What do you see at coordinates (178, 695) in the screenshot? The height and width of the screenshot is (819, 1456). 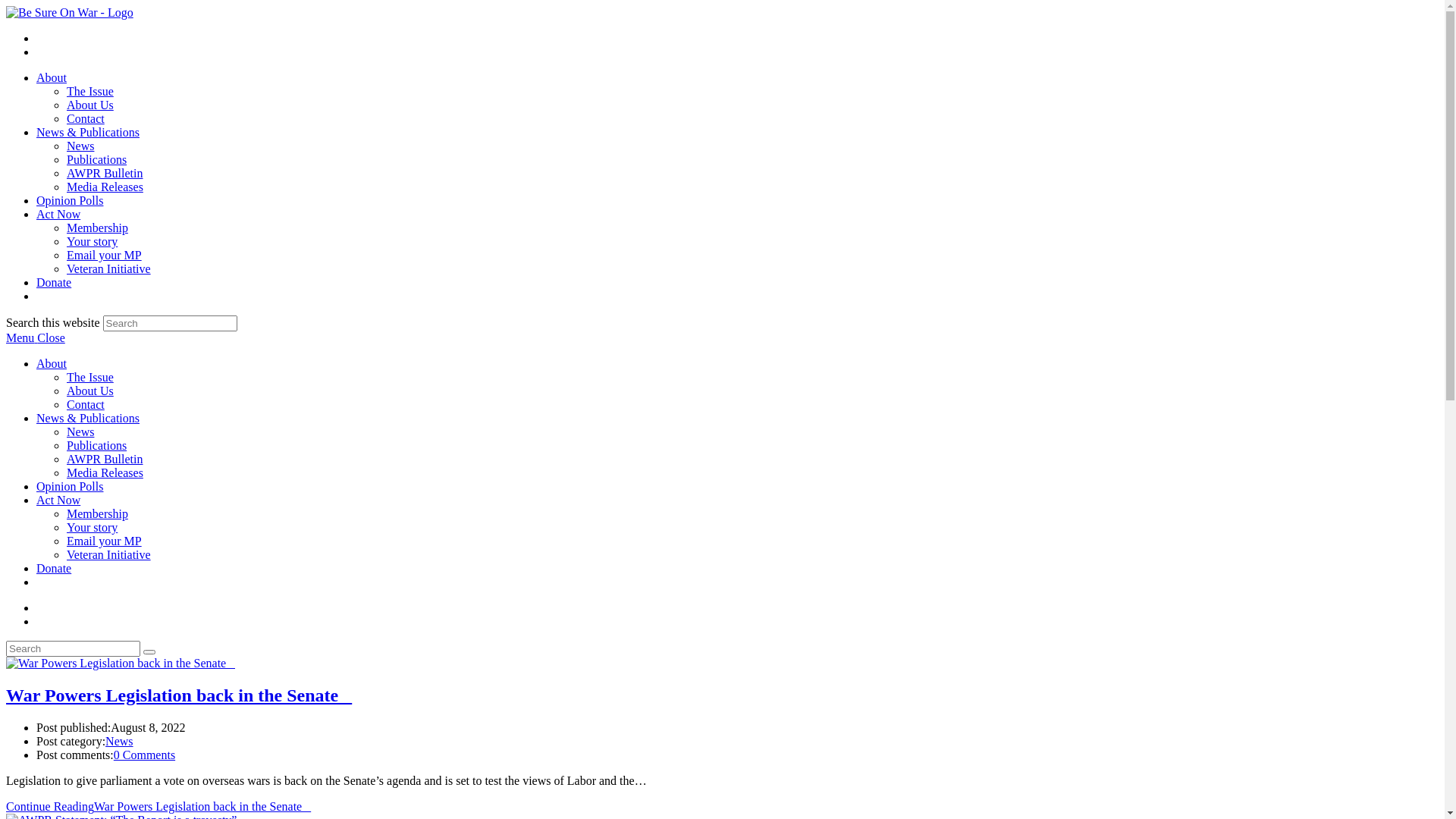 I see `'War Powers Legislation back in the Senate   '` at bounding box center [178, 695].